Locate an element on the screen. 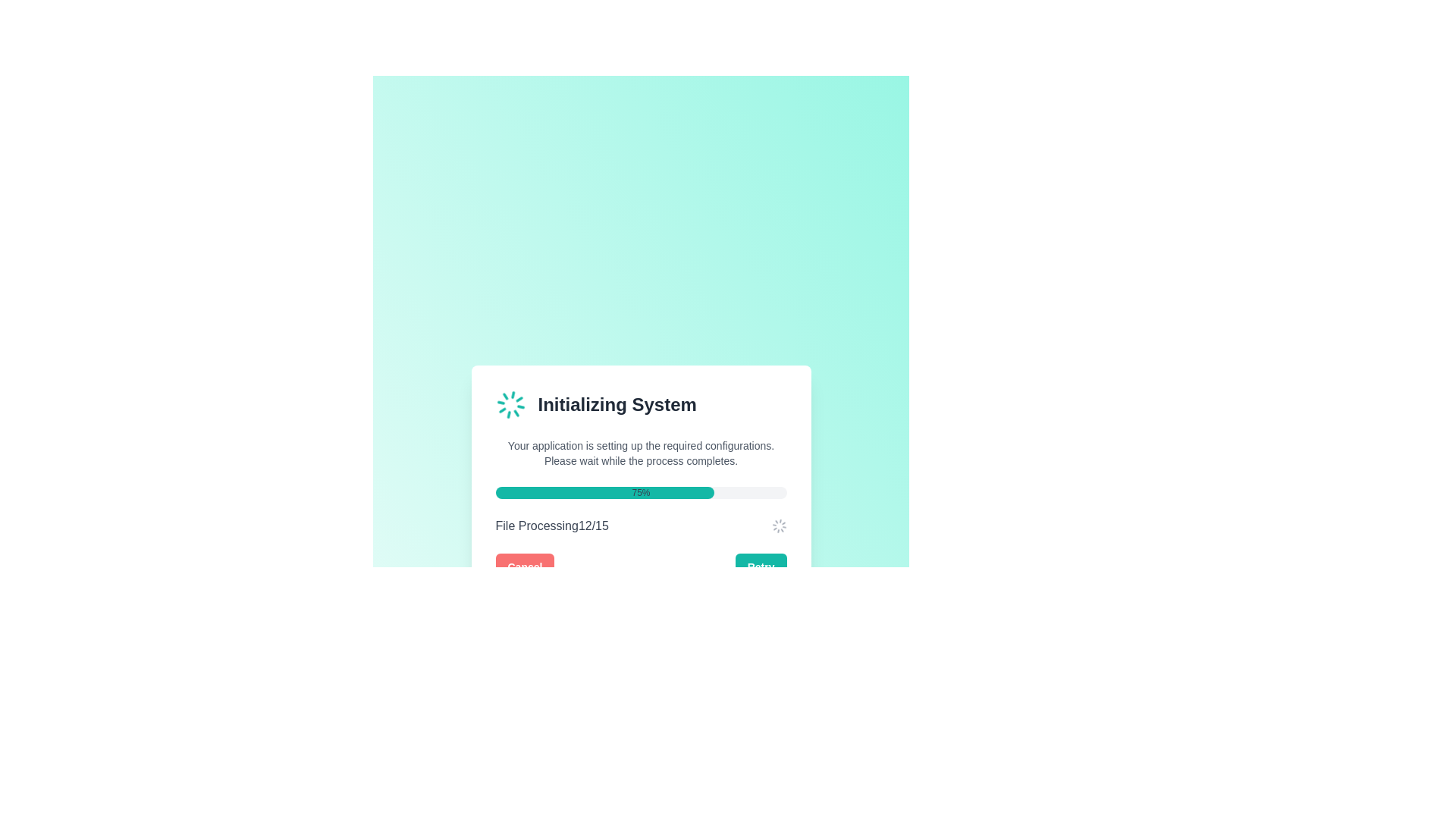 The height and width of the screenshot is (819, 1456). the bold and large text label saying 'Initializing System', which is prominently displayed in dark gray color at the top part of the modal-like main content area is located at coordinates (617, 403).